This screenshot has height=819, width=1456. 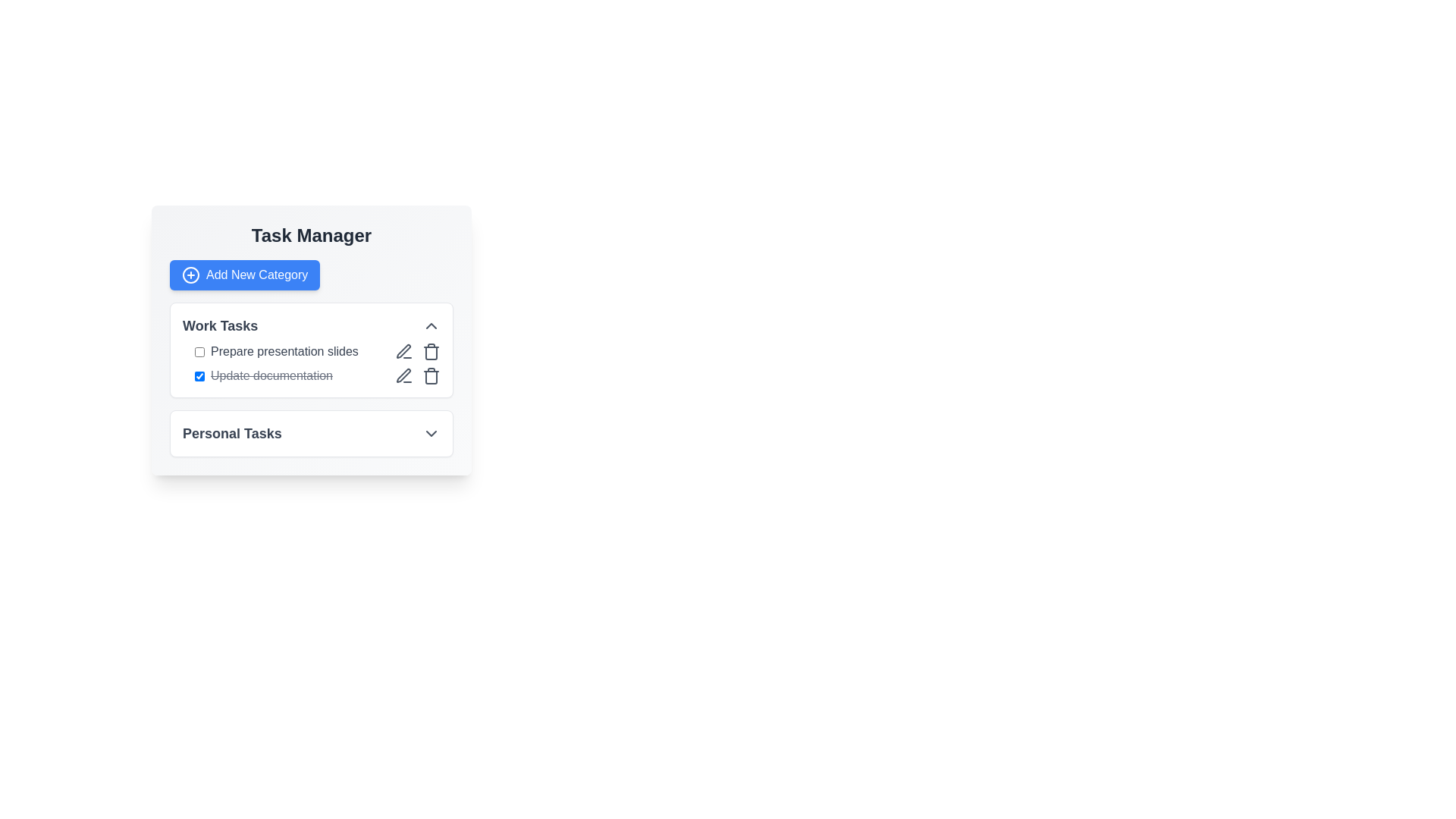 I want to click on the checkbox of the task item 'Prepare presentation slides' in the 'Work Tasks' section, so click(x=276, y=351).